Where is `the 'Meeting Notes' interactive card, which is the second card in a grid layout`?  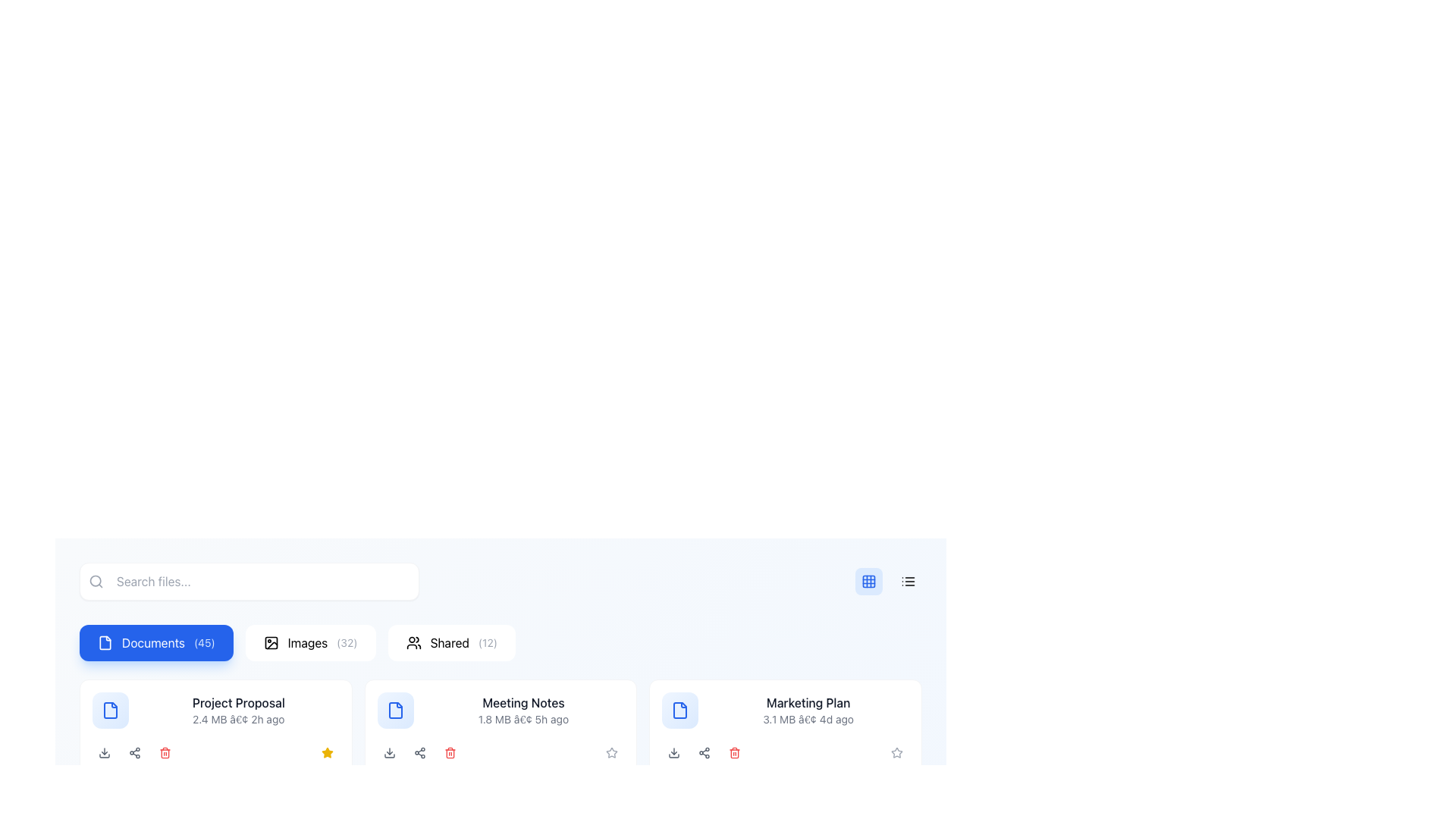 the 'Meeting Notes' interactive card, which is the second card in a grid layout is located at coordinates (500, 727).